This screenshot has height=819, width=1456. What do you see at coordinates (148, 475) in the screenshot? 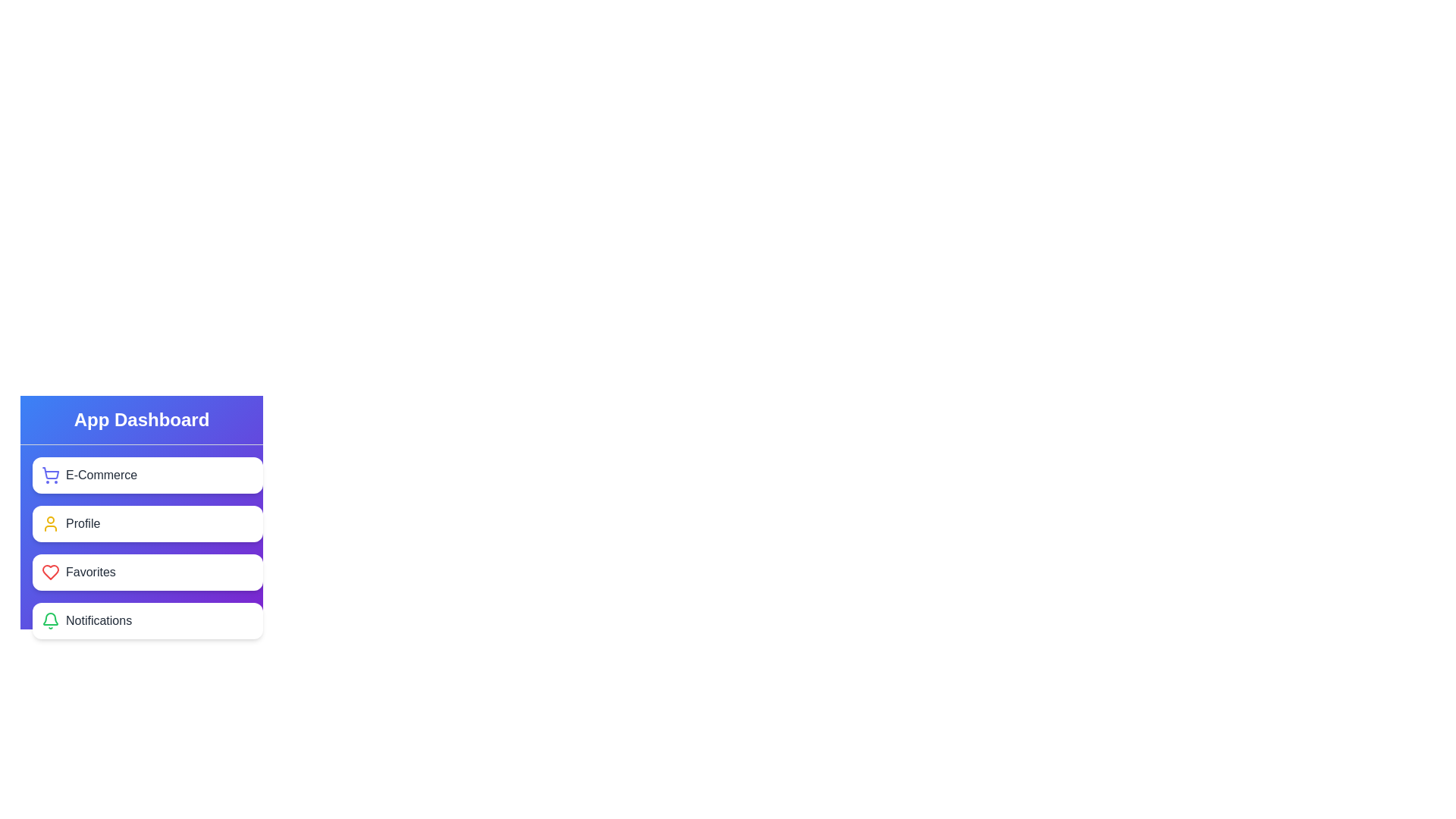
I see `the navigation item E-Commerce from the sidebar` at bounding box center [148, 475].